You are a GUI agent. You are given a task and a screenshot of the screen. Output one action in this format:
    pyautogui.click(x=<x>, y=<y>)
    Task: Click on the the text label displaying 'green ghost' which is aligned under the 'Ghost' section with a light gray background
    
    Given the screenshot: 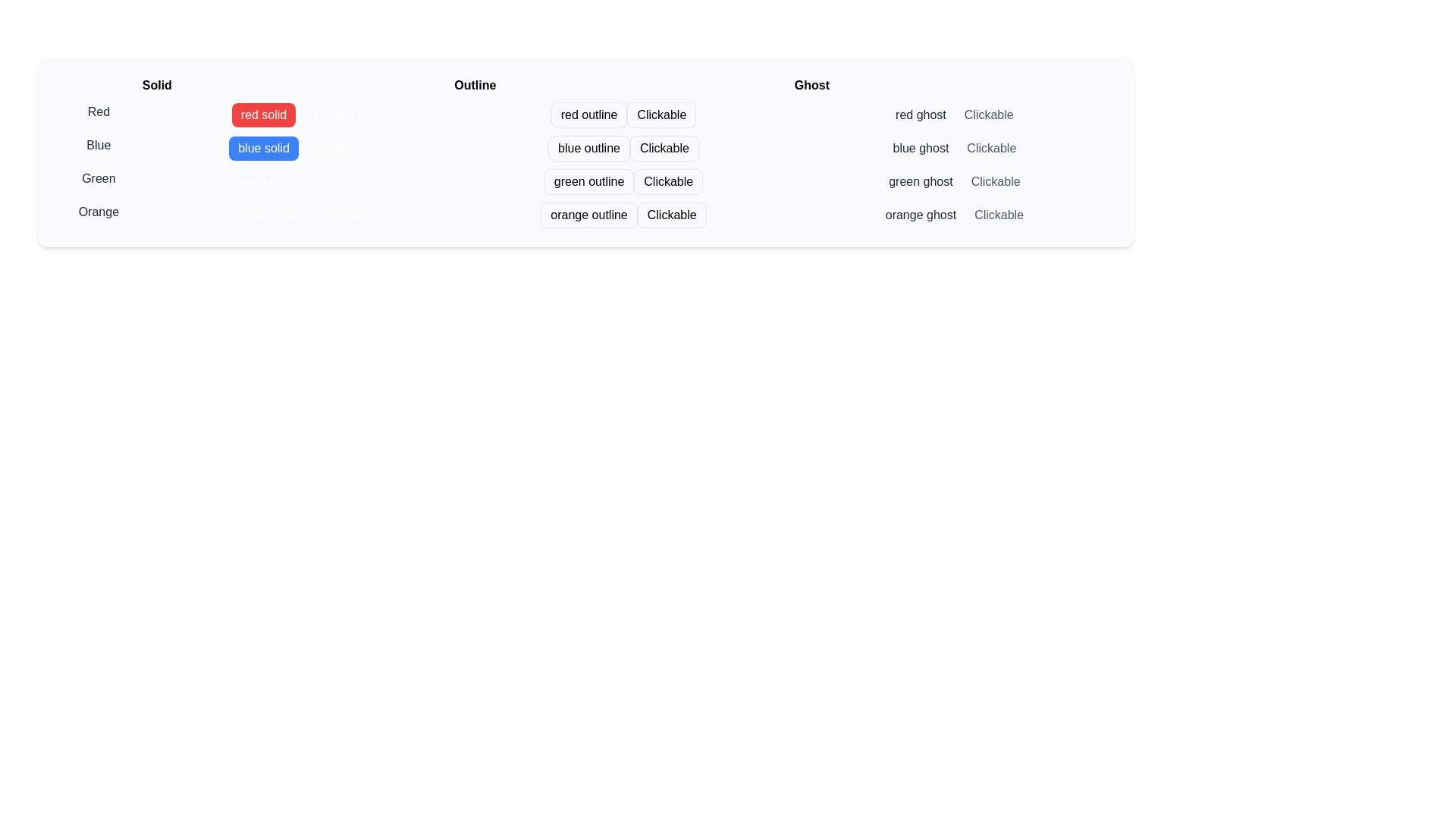 What is the action you would take?
    pyautogui.click(x=920, y=180)
    